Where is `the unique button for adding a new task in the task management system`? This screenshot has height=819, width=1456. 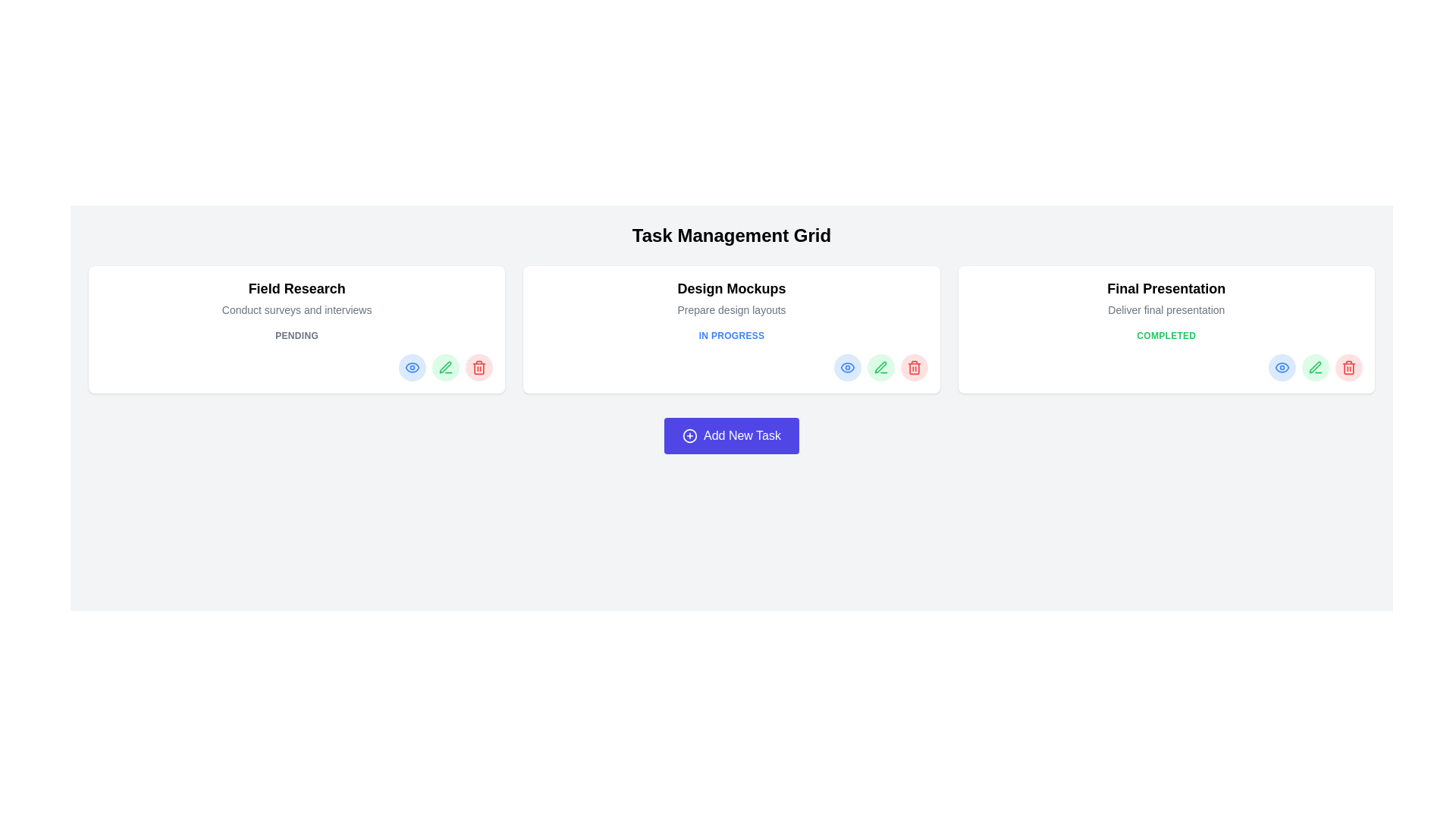 the unique button for adding a new task in the task management system is located at coordinates (731, 435).